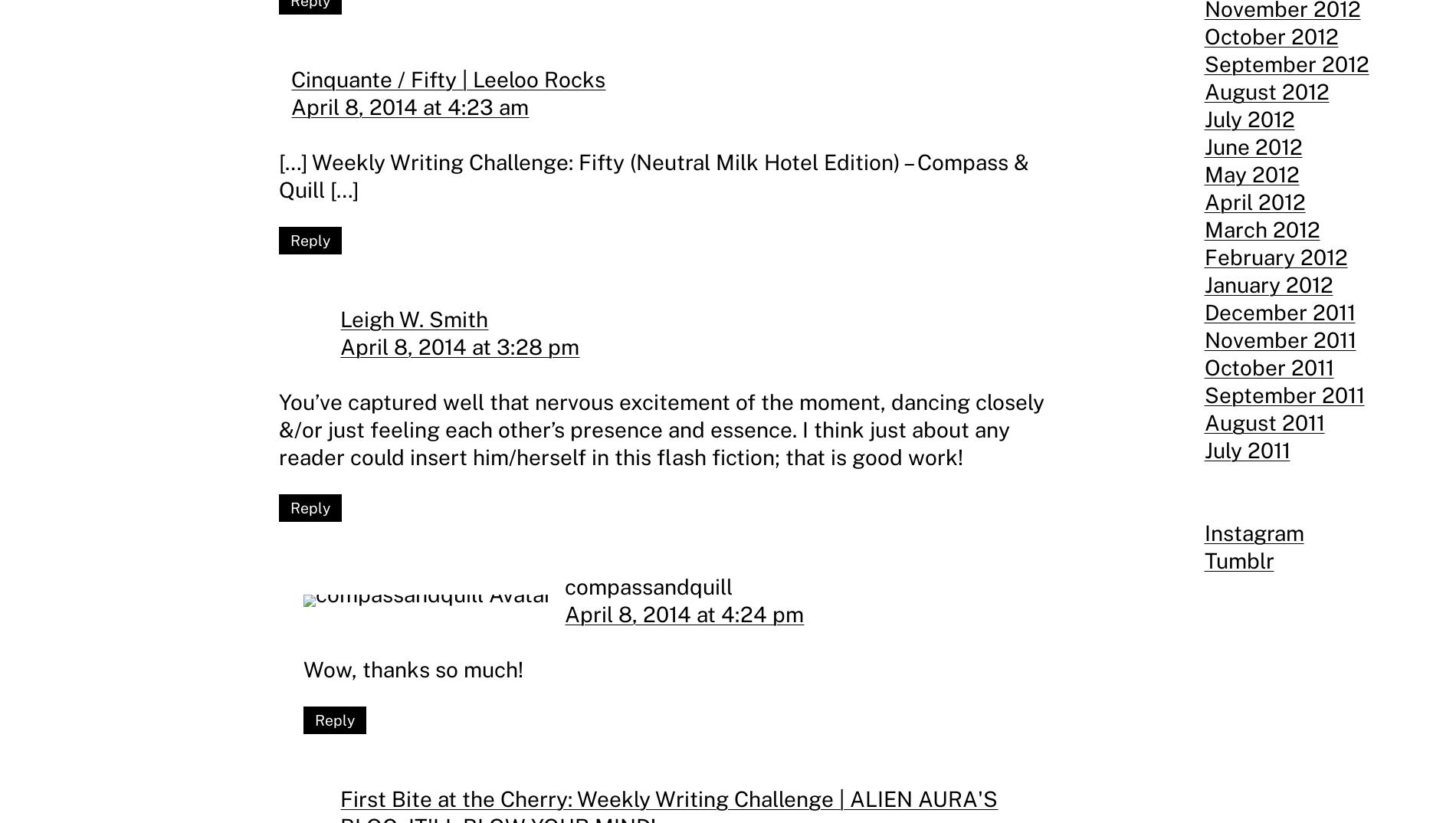 The width and height of the screenshot is (1456, 823). Describe the element at coordinates (1254, 532) in the screenshot. I see `'Instagram'` at that location.